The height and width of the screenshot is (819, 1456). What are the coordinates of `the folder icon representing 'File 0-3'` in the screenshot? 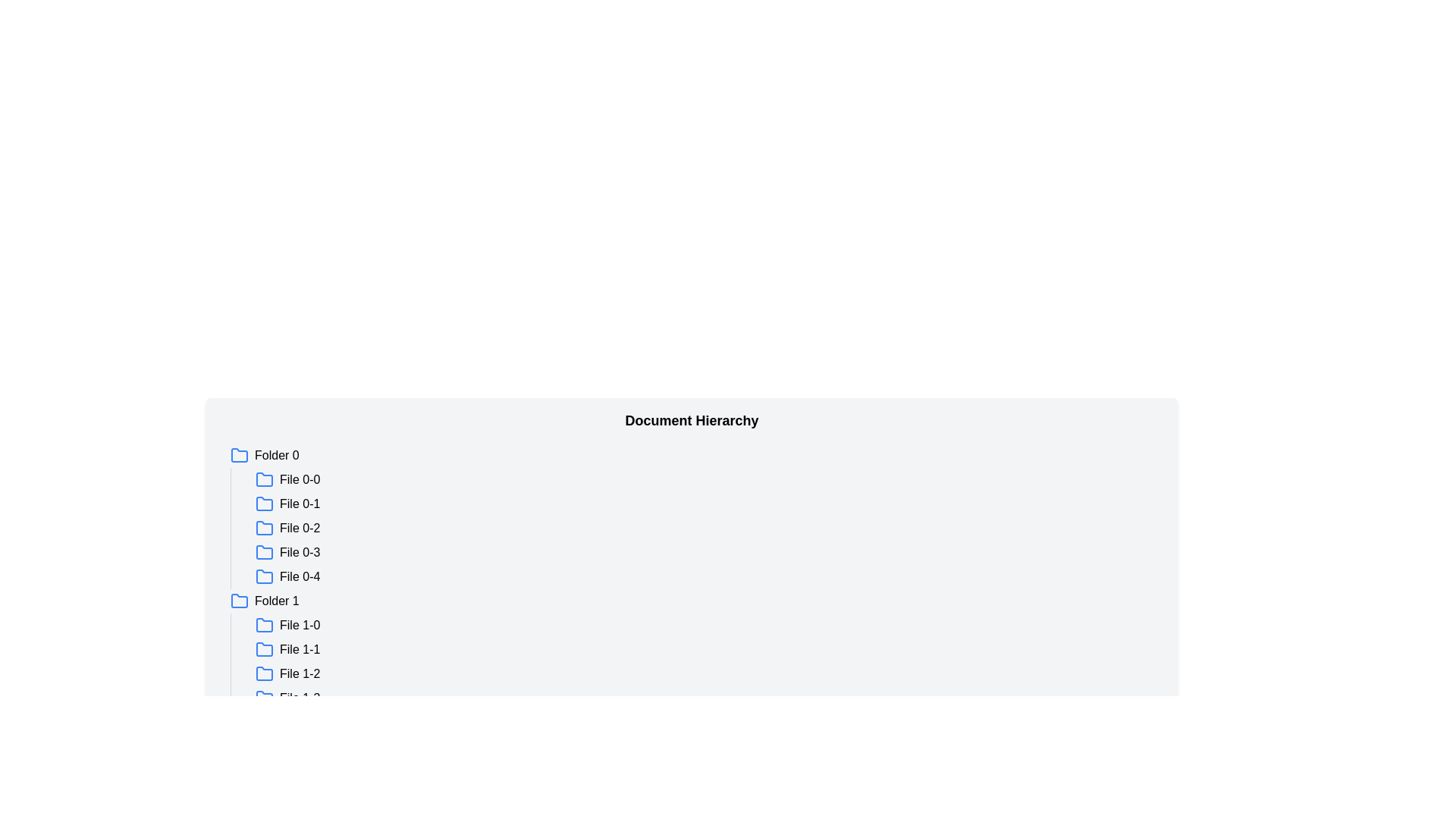 It's located at (265, 553).